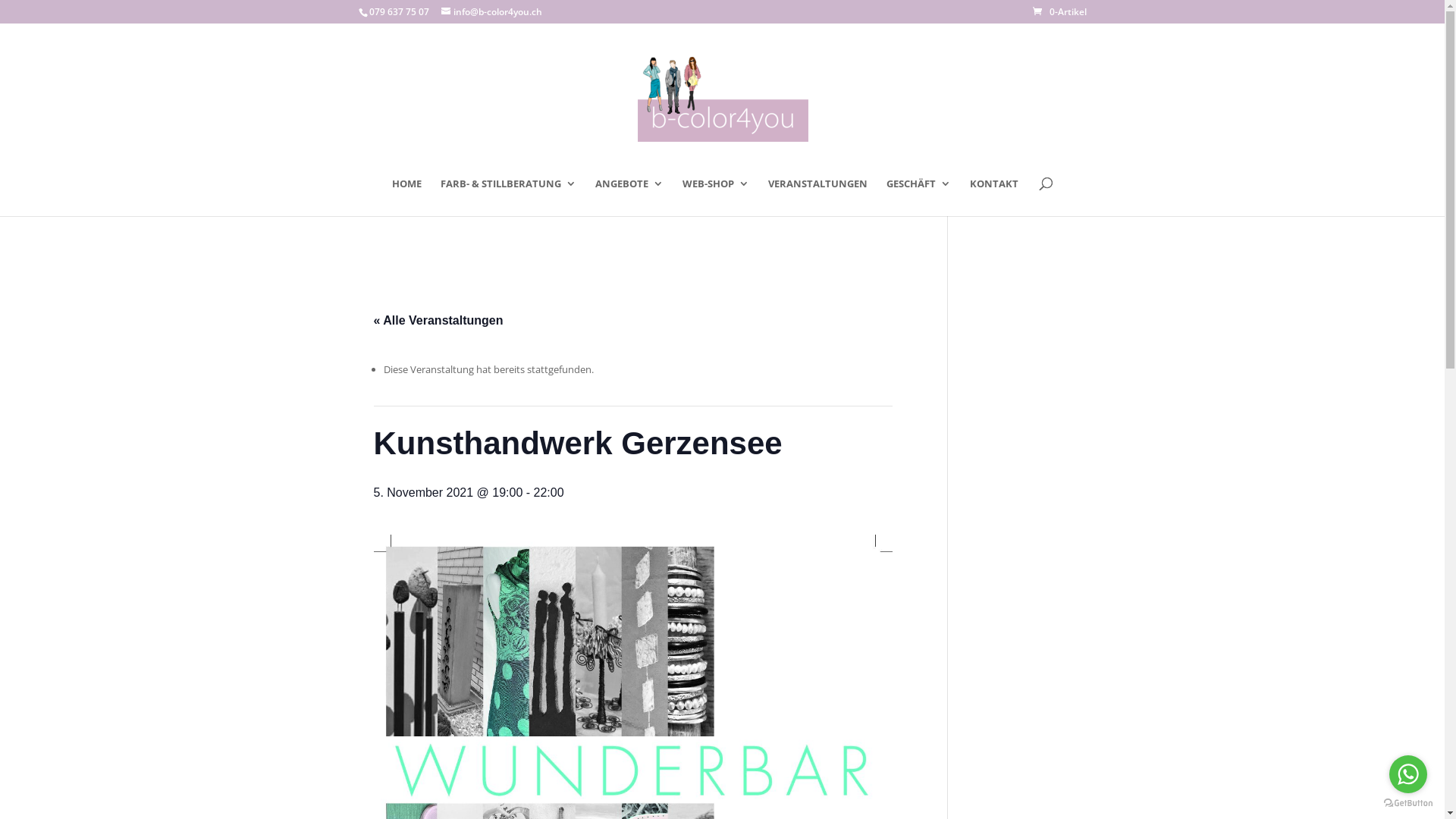 The height and width of the screenshot is (819, 1456). Describe the element at coordinates (629, 196) in the screenshot. I see `'ANGEBOTE'` at that location.